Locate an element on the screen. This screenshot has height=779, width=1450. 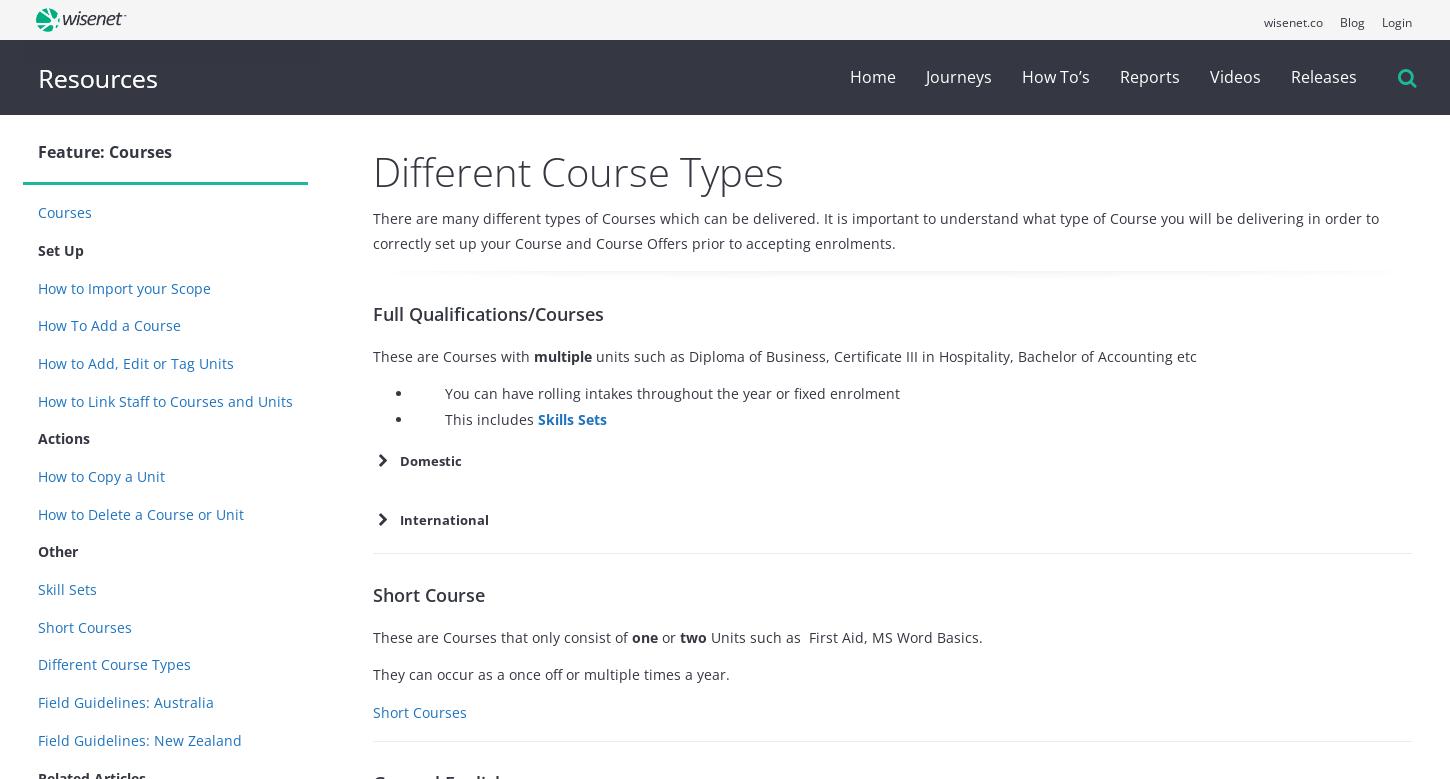
'These are Courses that only consist of' is located at coordinates (371, 636).